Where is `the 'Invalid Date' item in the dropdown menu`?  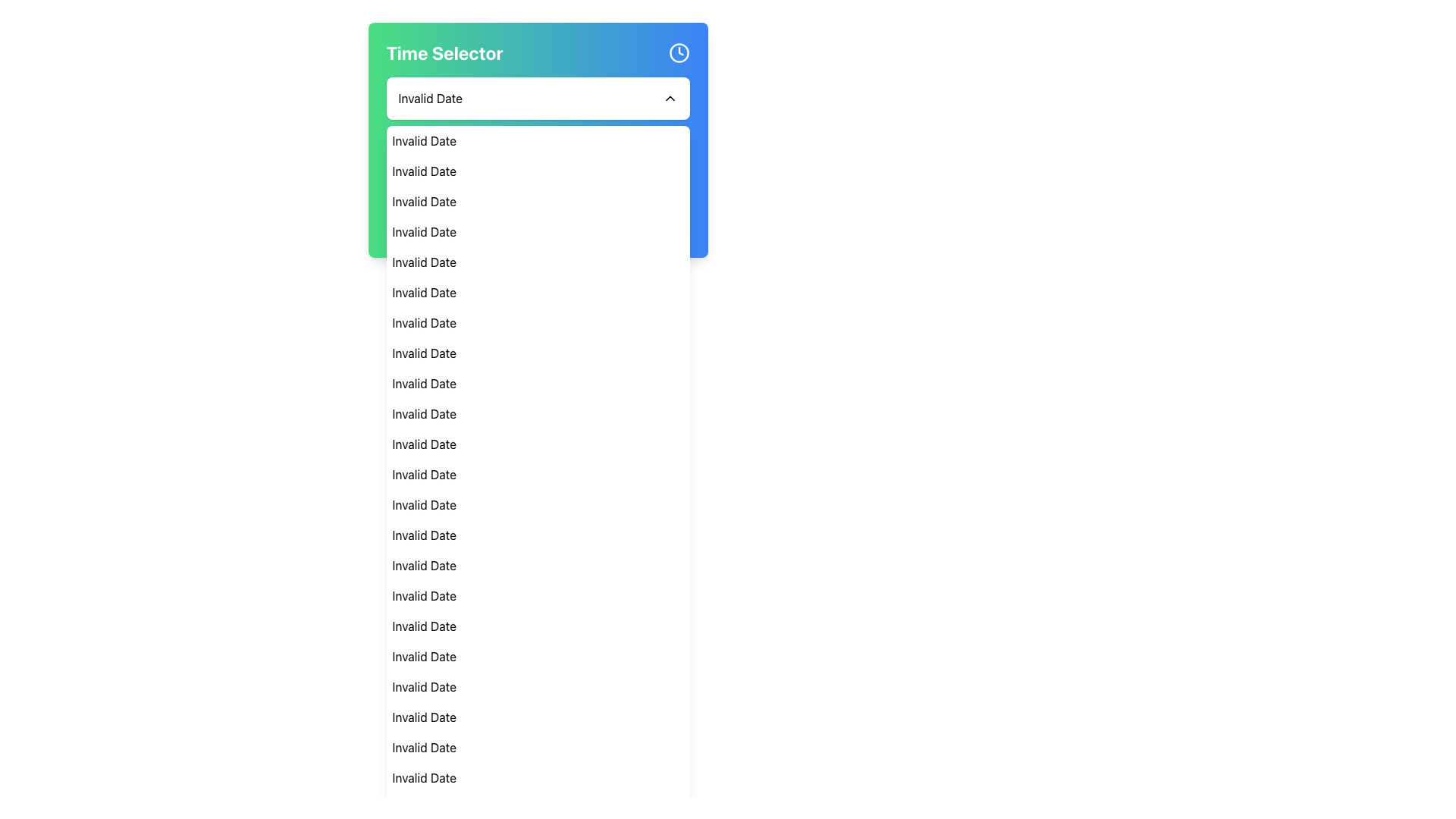
the 'Invalid Date' item in the dropdown menu is located at coordinates (538, 473).